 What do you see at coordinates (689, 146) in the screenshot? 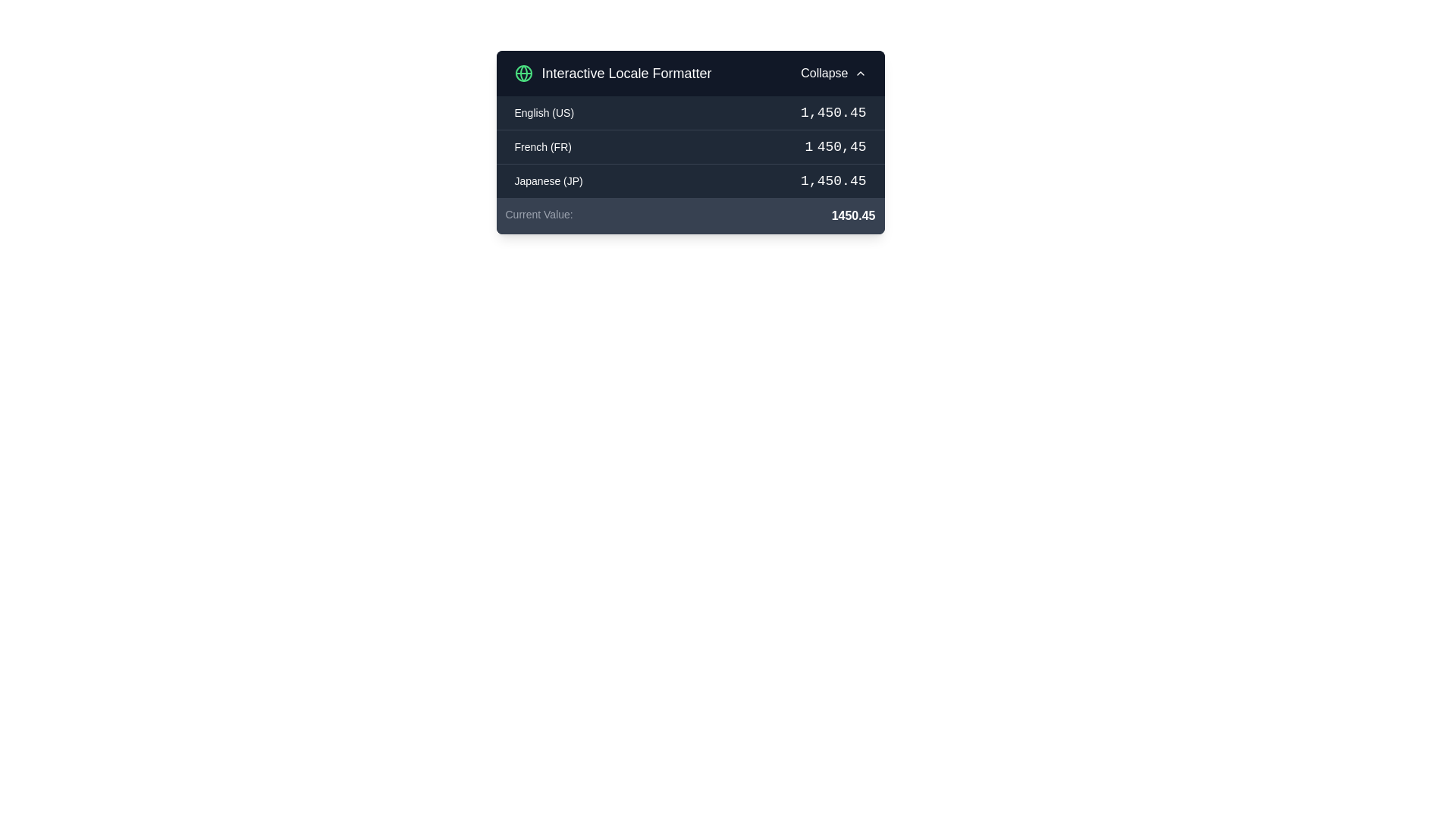
I see `the second list item in the 'Interactive Locale Formatter' card` at bounding box center [689, 146].